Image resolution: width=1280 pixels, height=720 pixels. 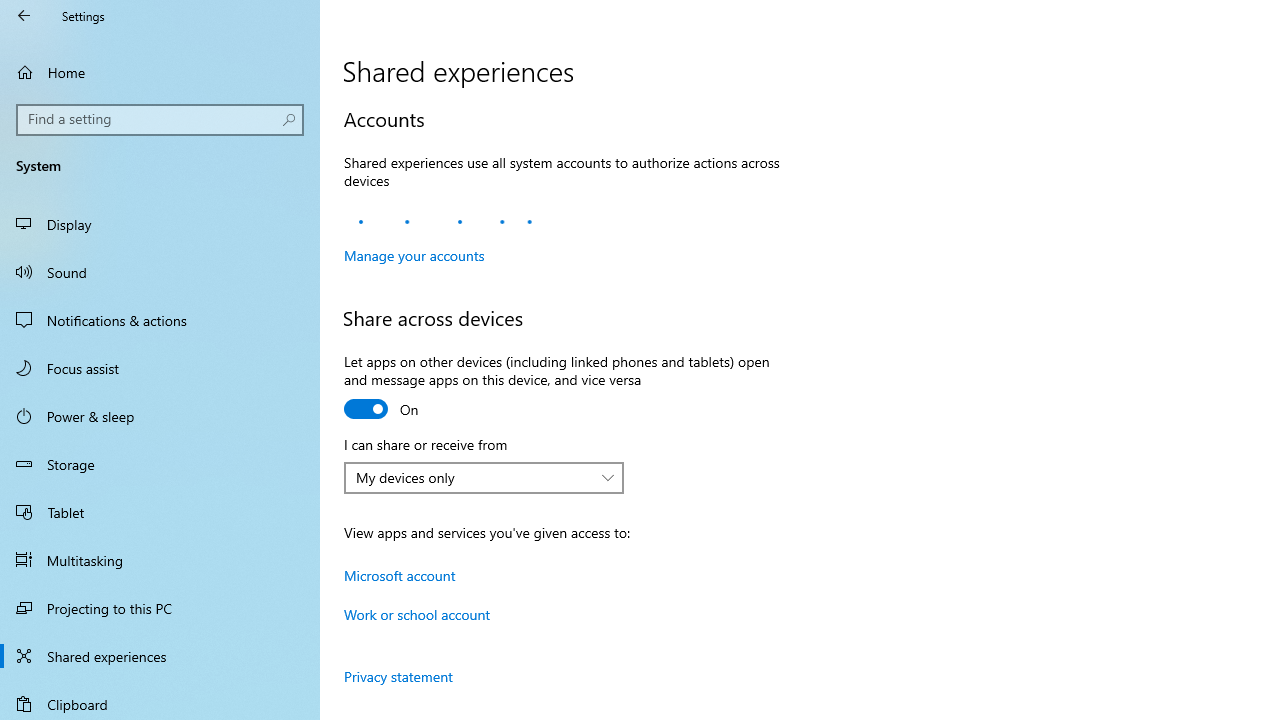 I want to click on 'Back', so click(x=24, y=15).